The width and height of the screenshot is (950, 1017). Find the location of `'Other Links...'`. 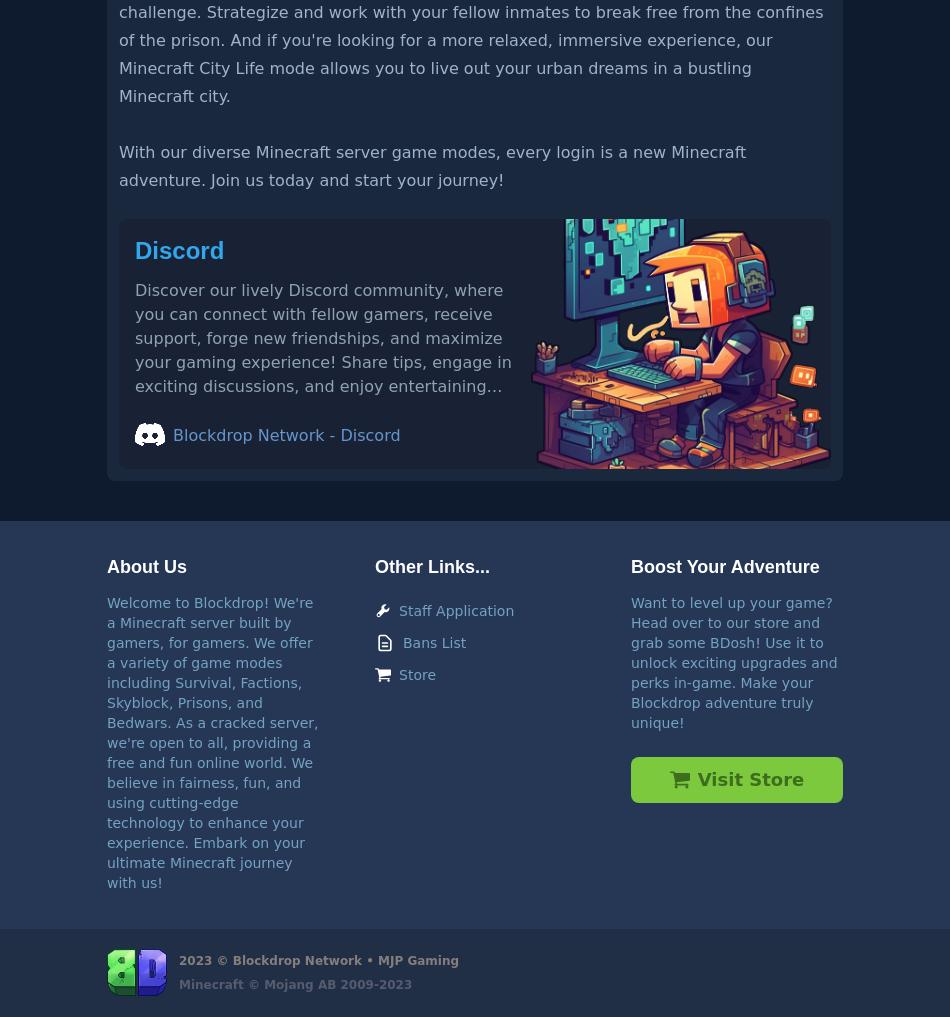

'Other Links...' is located at coordinates (431, 565).